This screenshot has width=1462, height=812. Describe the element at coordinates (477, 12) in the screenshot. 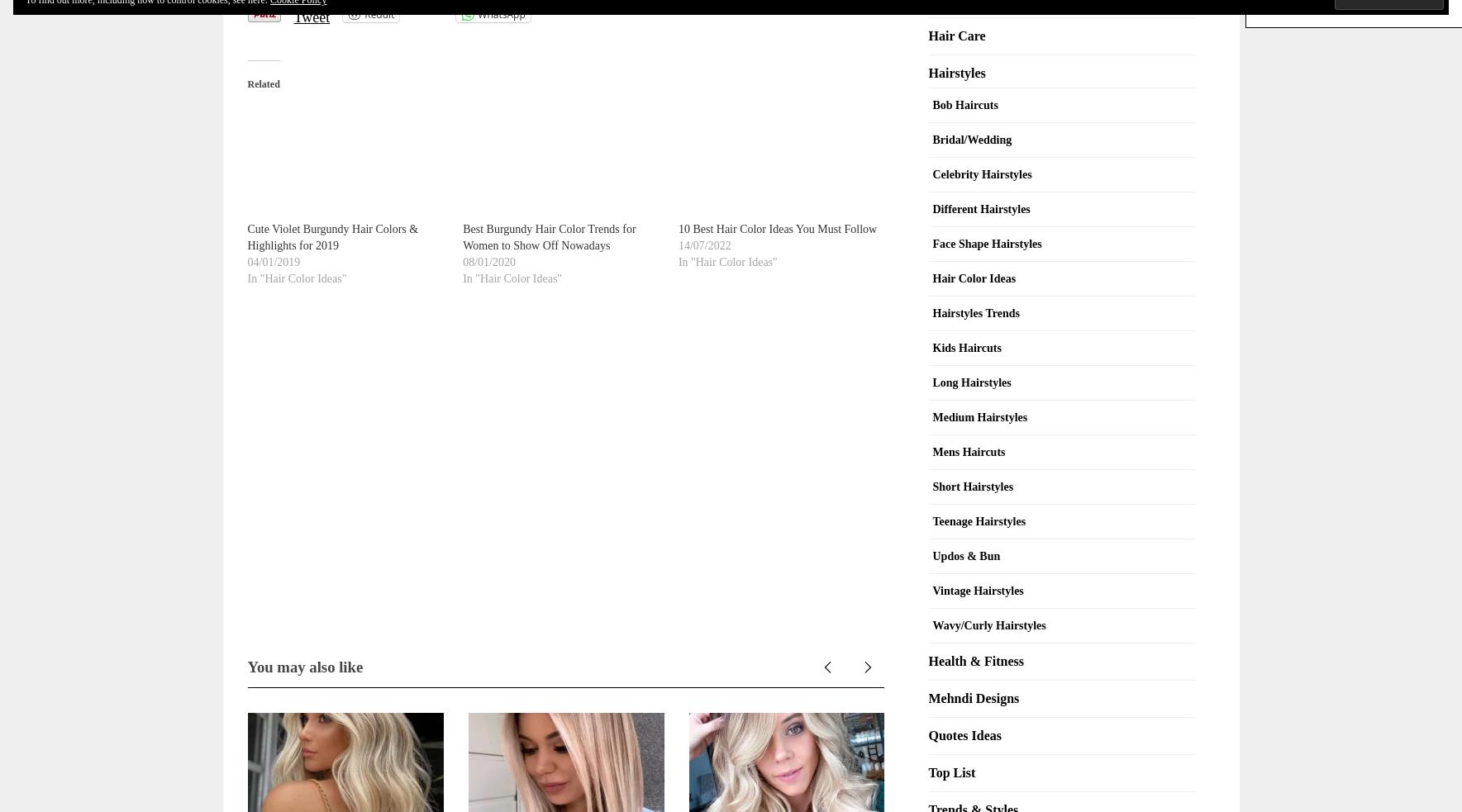

I see `'WhatsApp'` at that location.